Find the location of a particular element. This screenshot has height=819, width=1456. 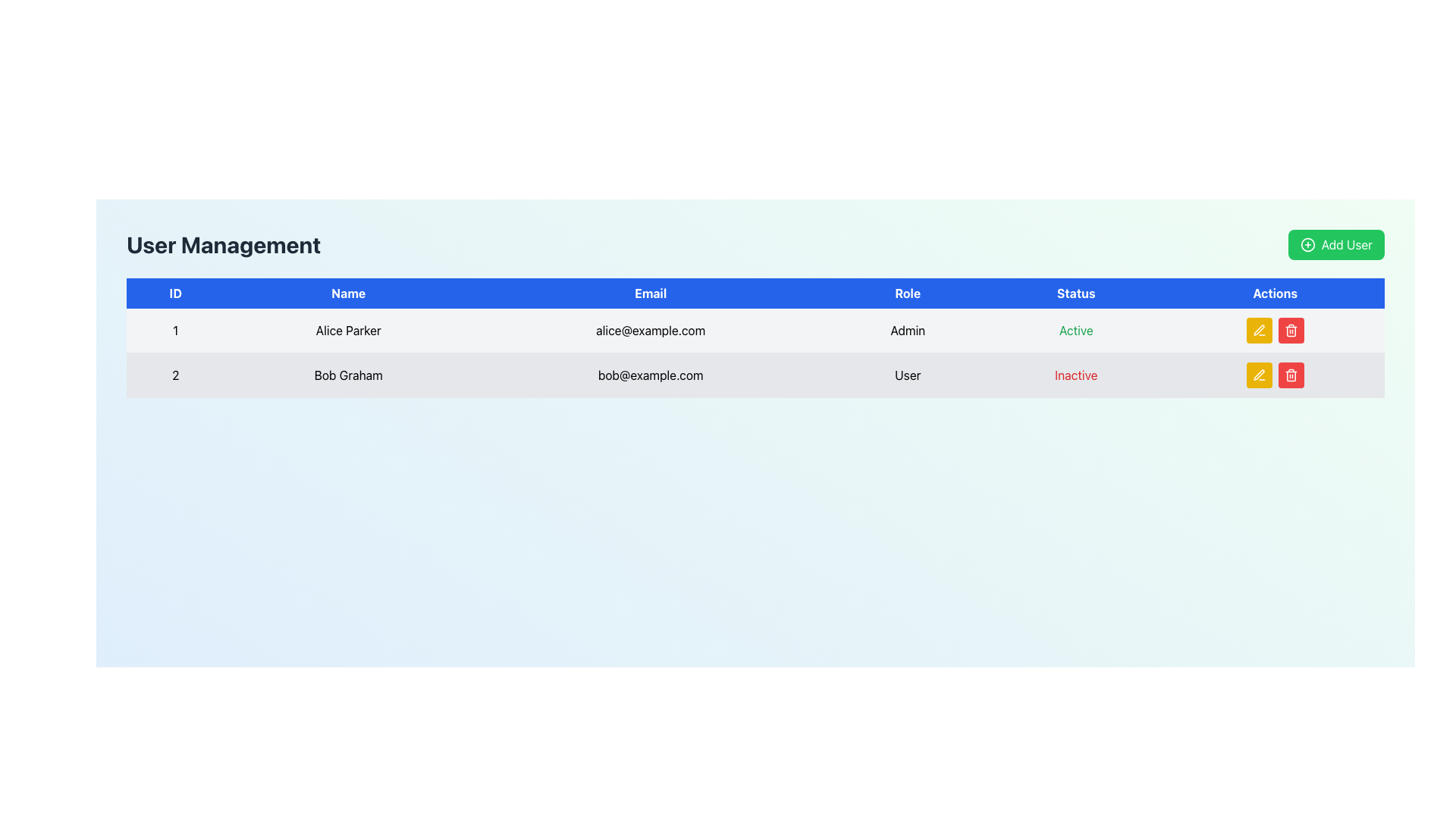

the delete button located in the 'Actions' column of the second row in the table is located at coordinates (1290, 329).